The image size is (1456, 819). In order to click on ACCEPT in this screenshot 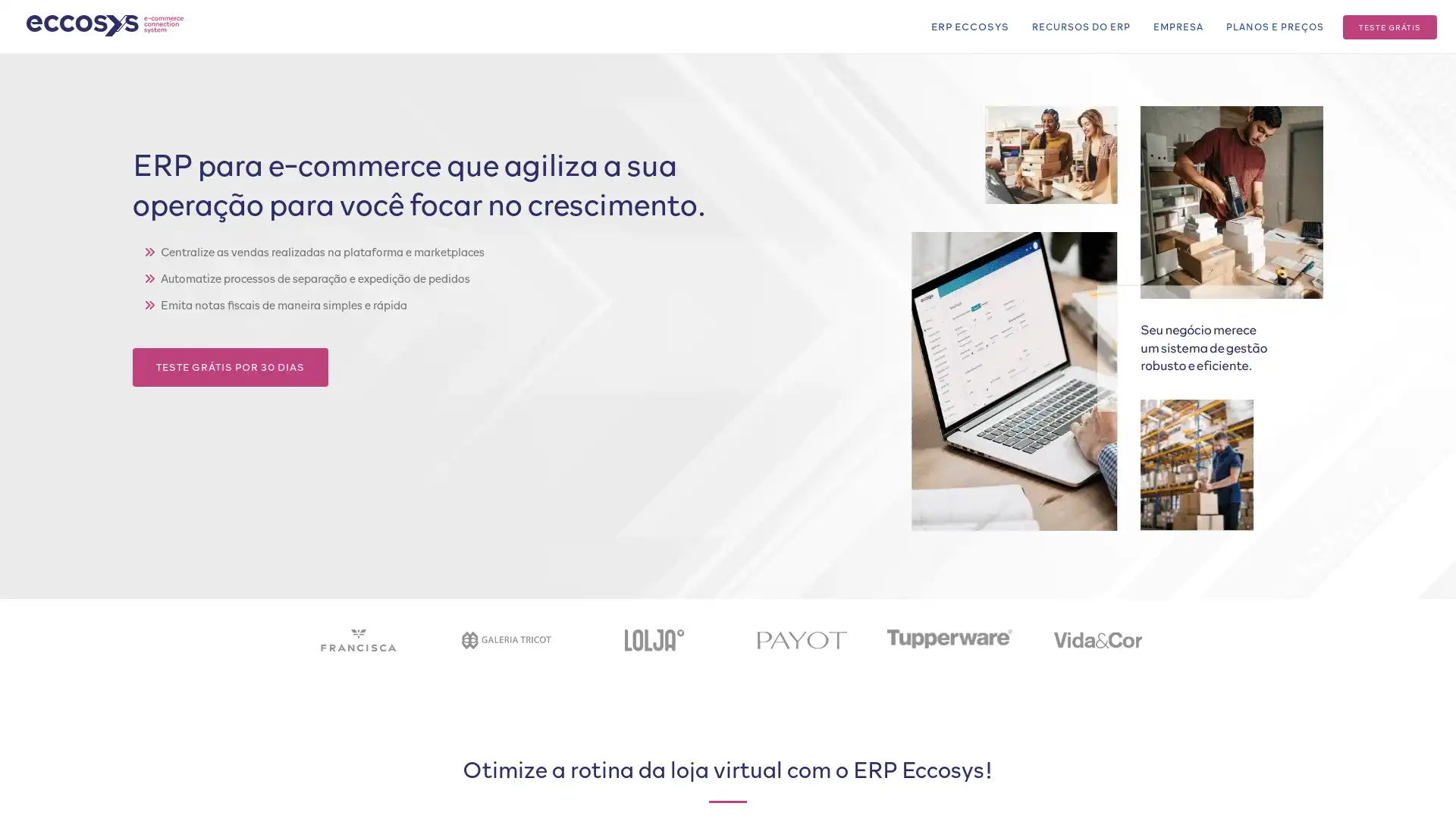, I will do `click(1330, 733)`.